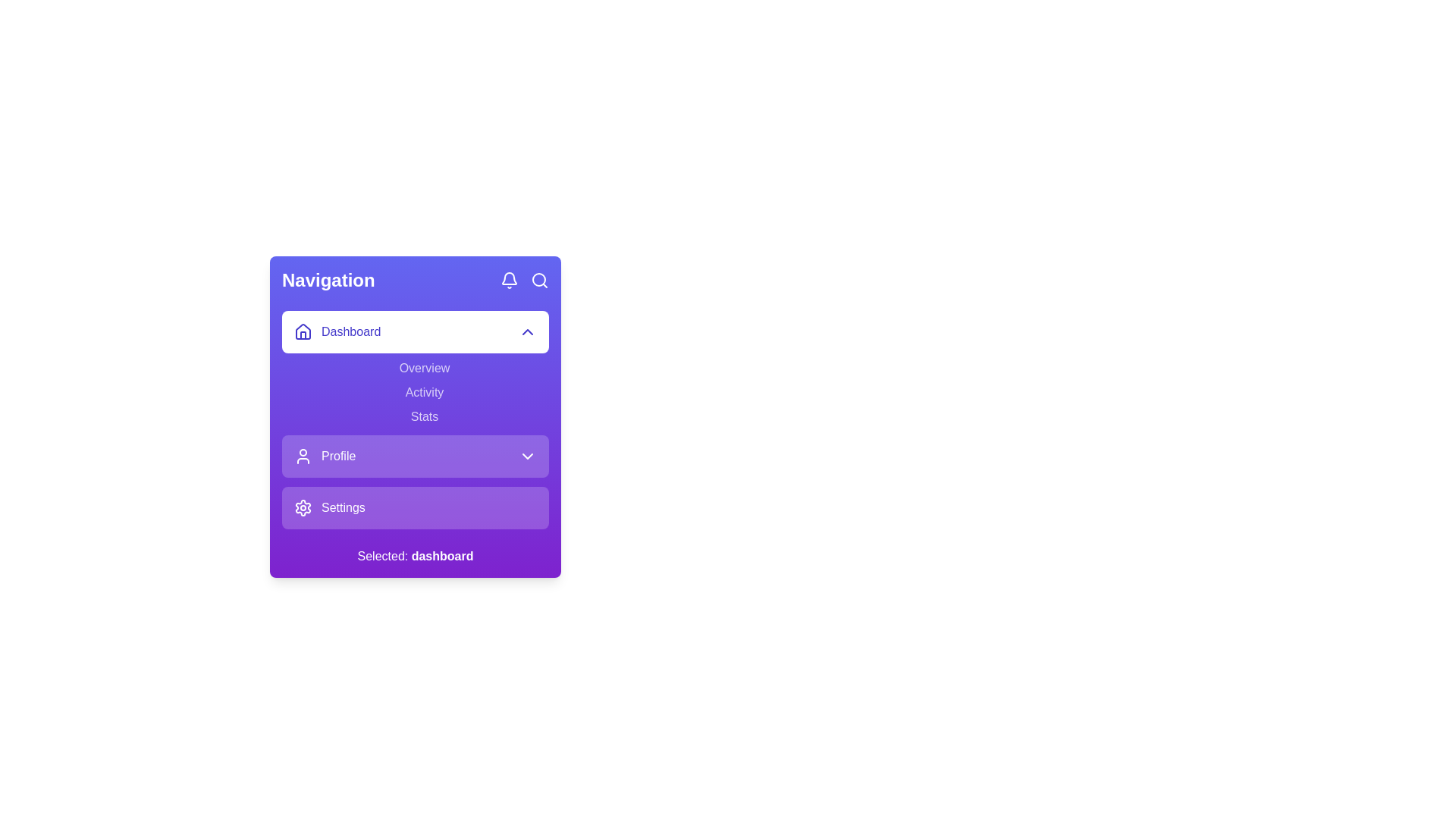  What do you see at coordinates (323, 455) in the screenshot?
I see `the first navigational menu item with text and icon` at bounding box center [323, 455].